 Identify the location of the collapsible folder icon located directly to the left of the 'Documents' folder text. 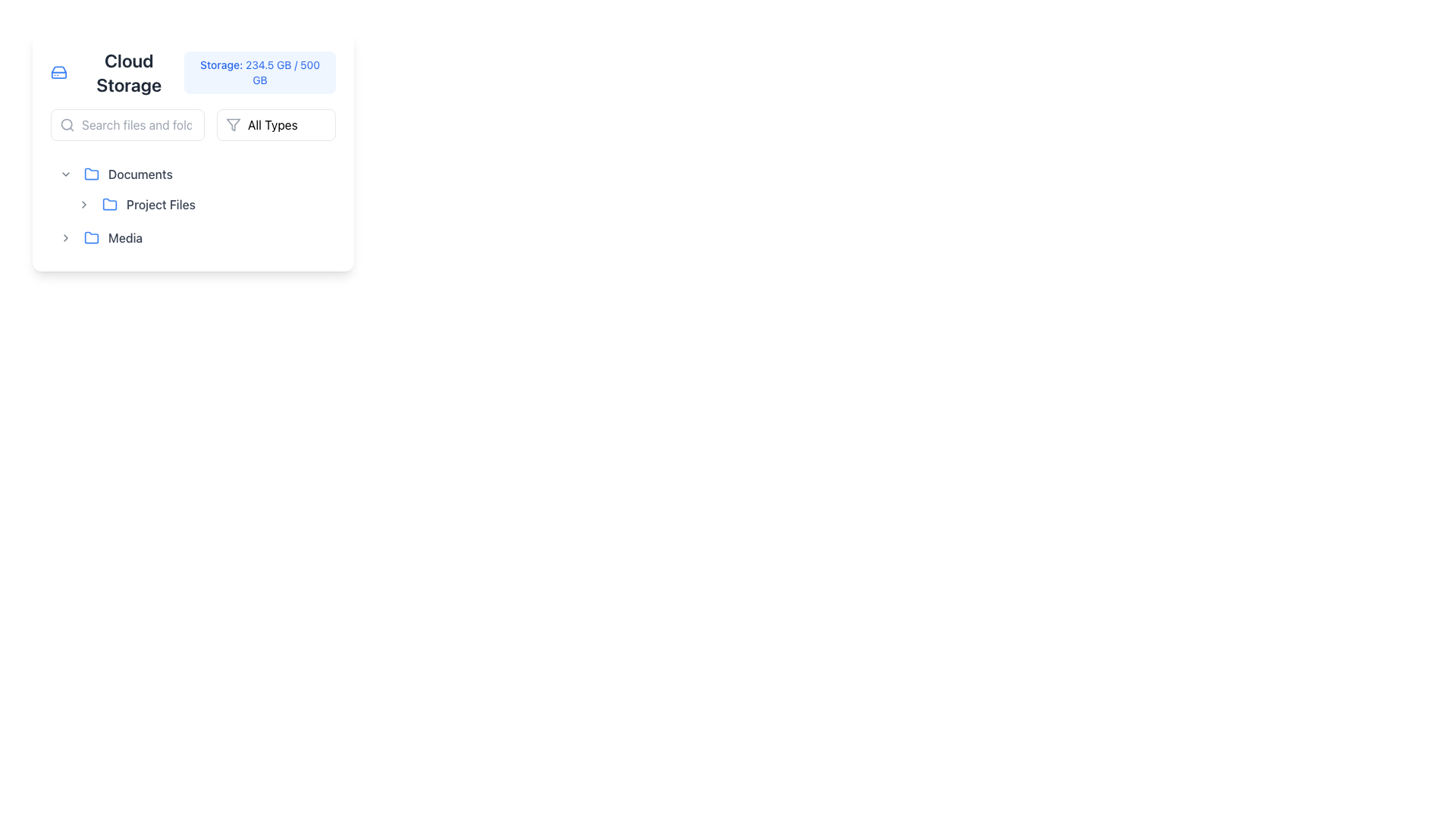
(64, 174).